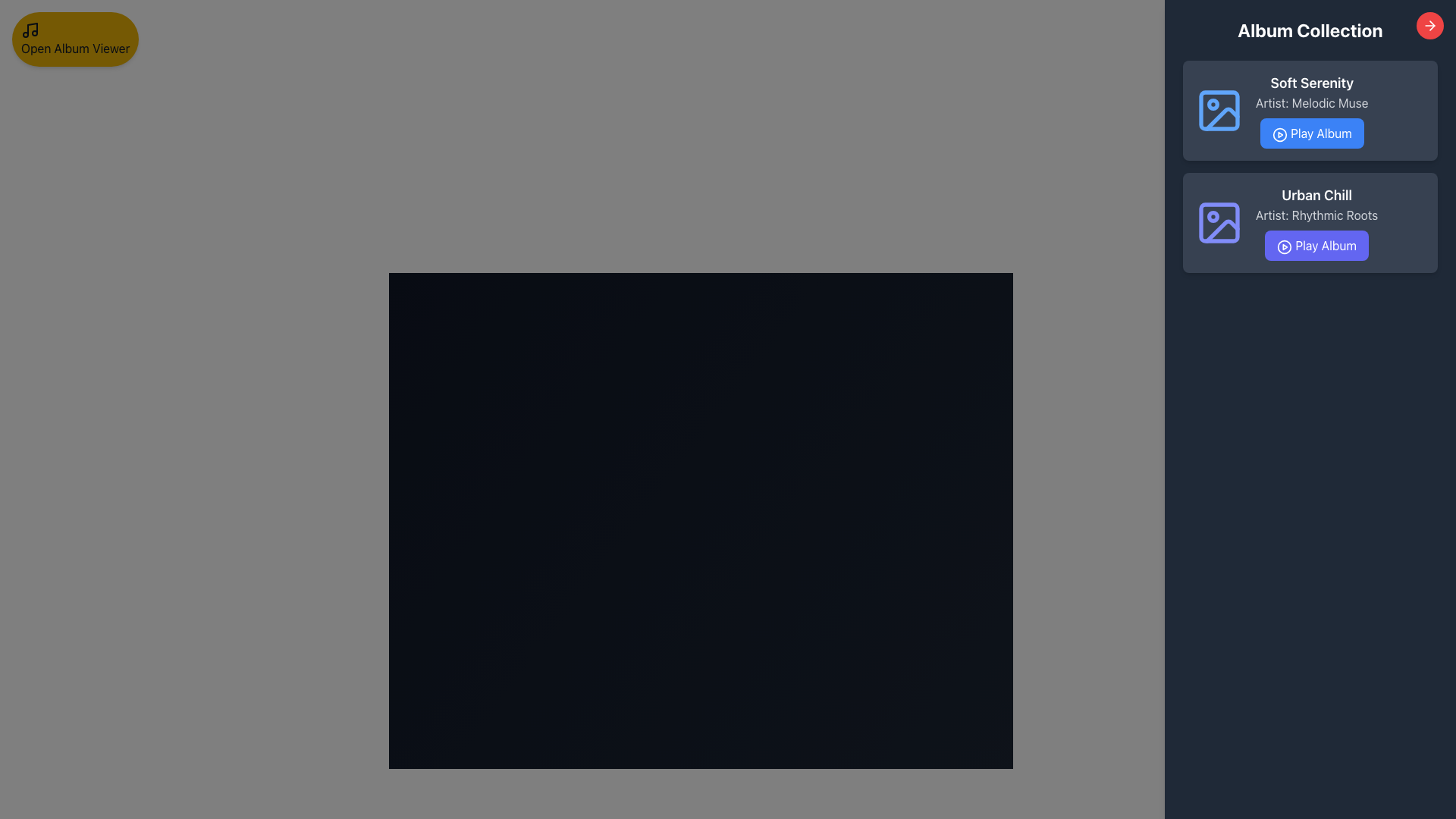  Describe the element at coordinates (1219, 222) in the screenshot. I see `the image placeholder for the album 'Urban Chill', which serves as a visual cue for the album's artwork` at that location.